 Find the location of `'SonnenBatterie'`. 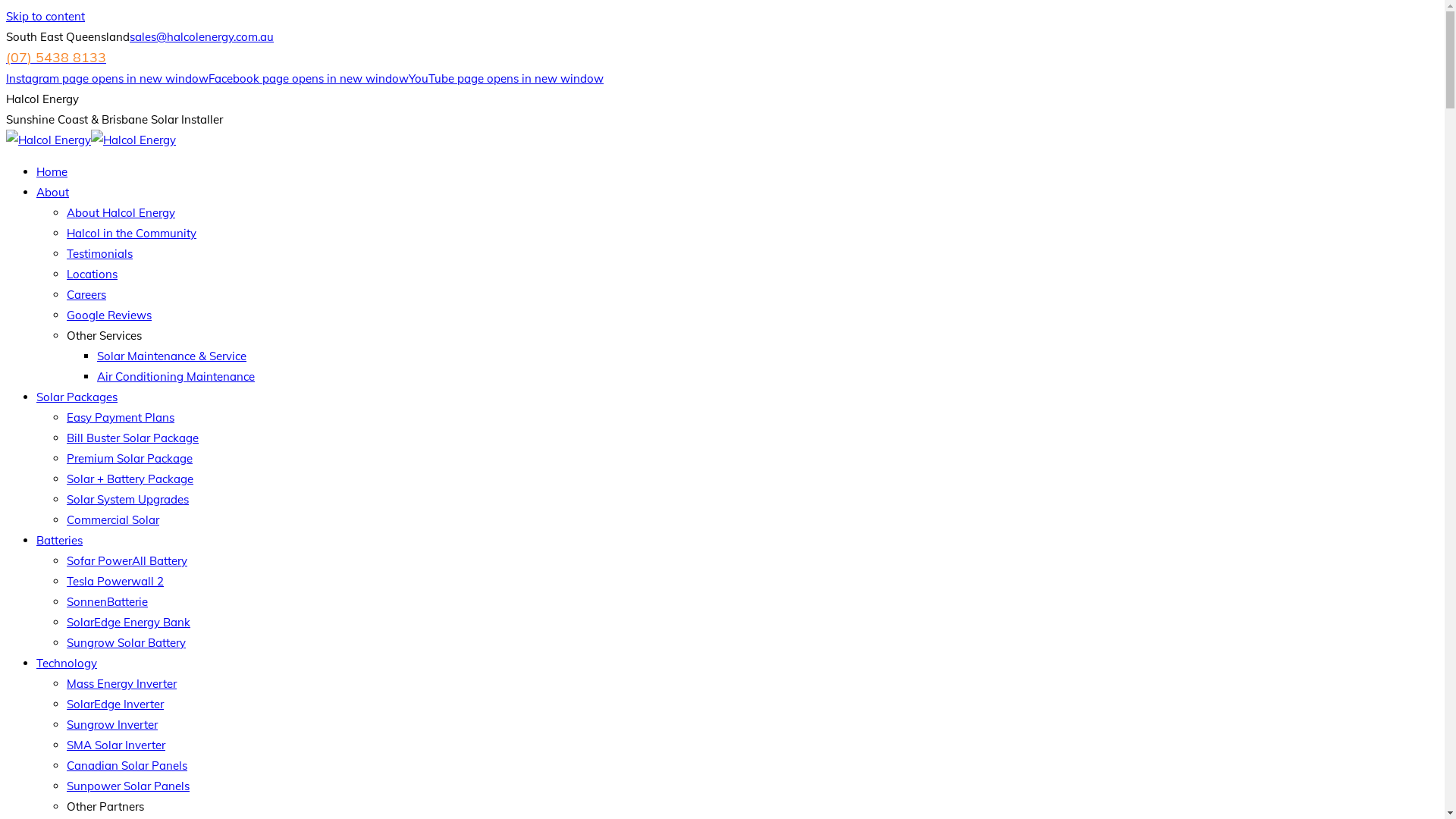

'SonnenBatterie' is located at coordinates (65, 601).